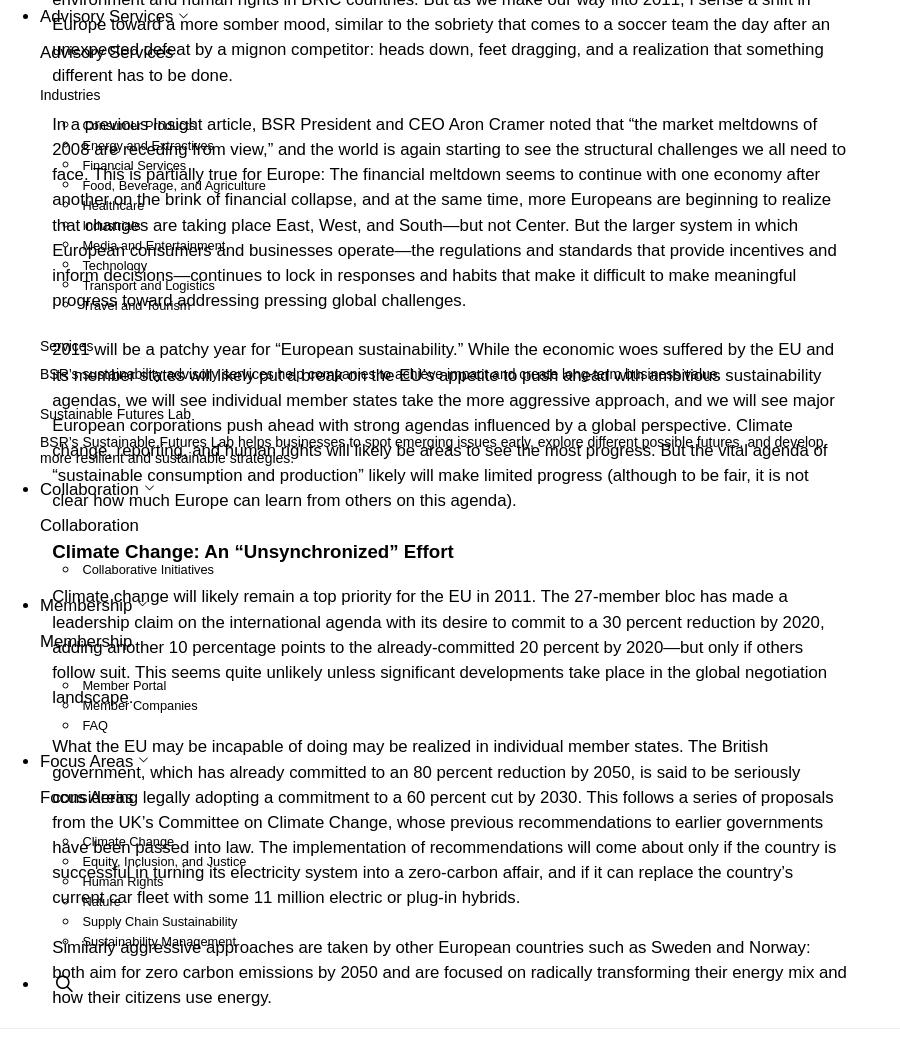  What do you see at coordinates (142, 544) in the screenshot?
I see `'Member Companies'` at bounding box center [142, 544].